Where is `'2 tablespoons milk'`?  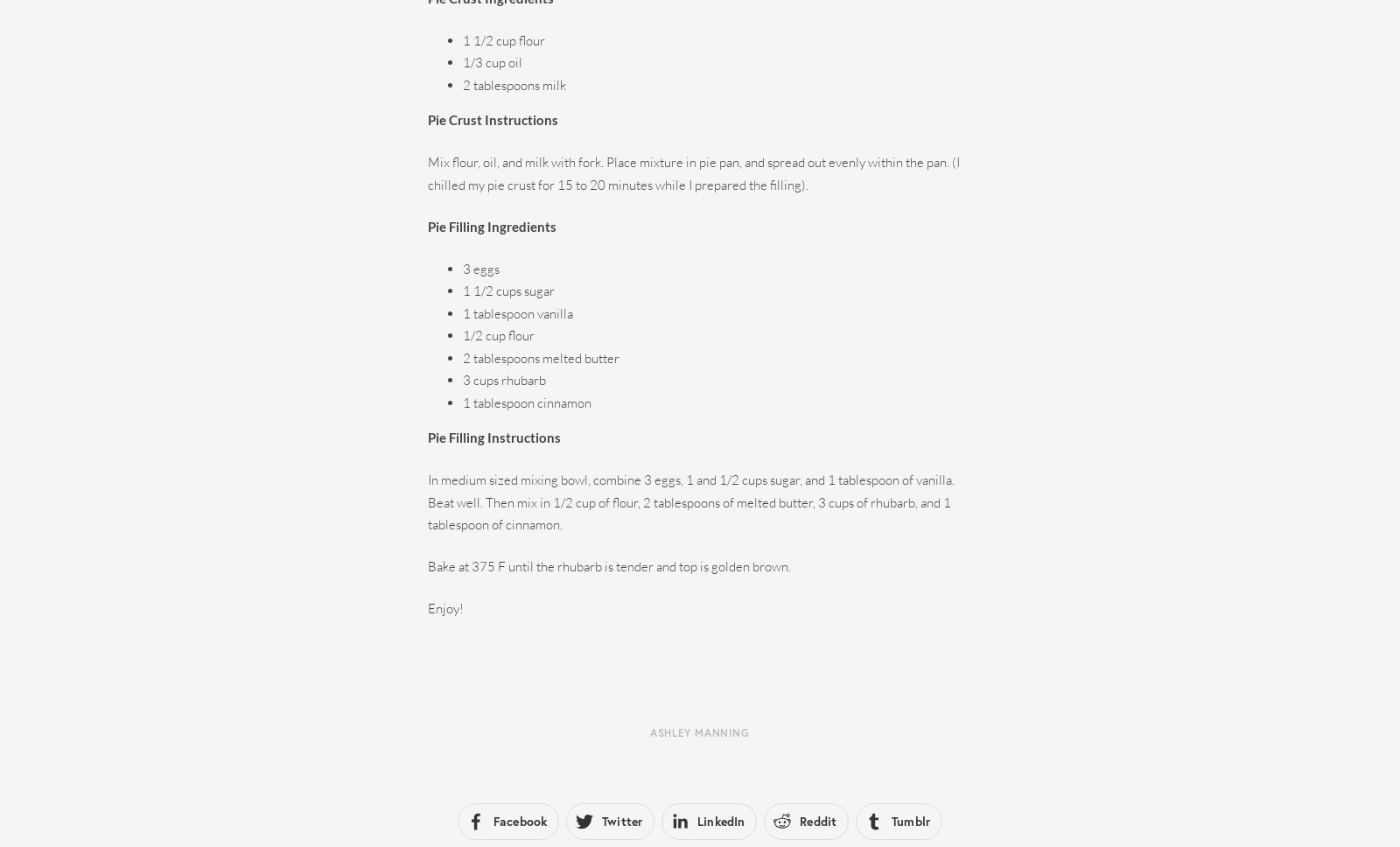 '2 tablespoons milk' is located at coordinates (513, 84).